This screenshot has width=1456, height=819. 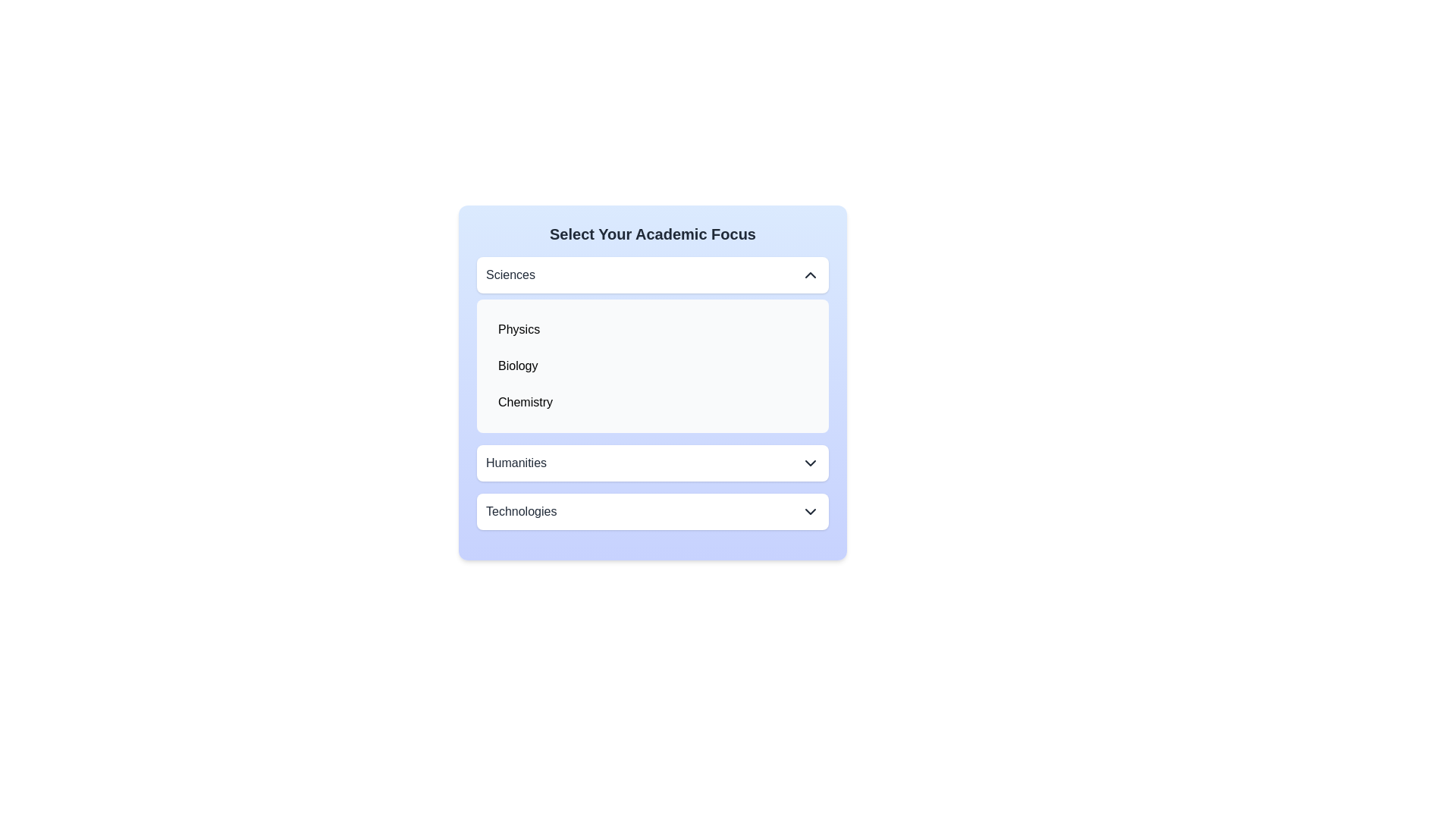 I want to click on the selectable text label related to Chemistry studies within the 'Sciences' dropdown, positioned as the third item following 'Physics' and 'Biology', so click(x=525, y=402).